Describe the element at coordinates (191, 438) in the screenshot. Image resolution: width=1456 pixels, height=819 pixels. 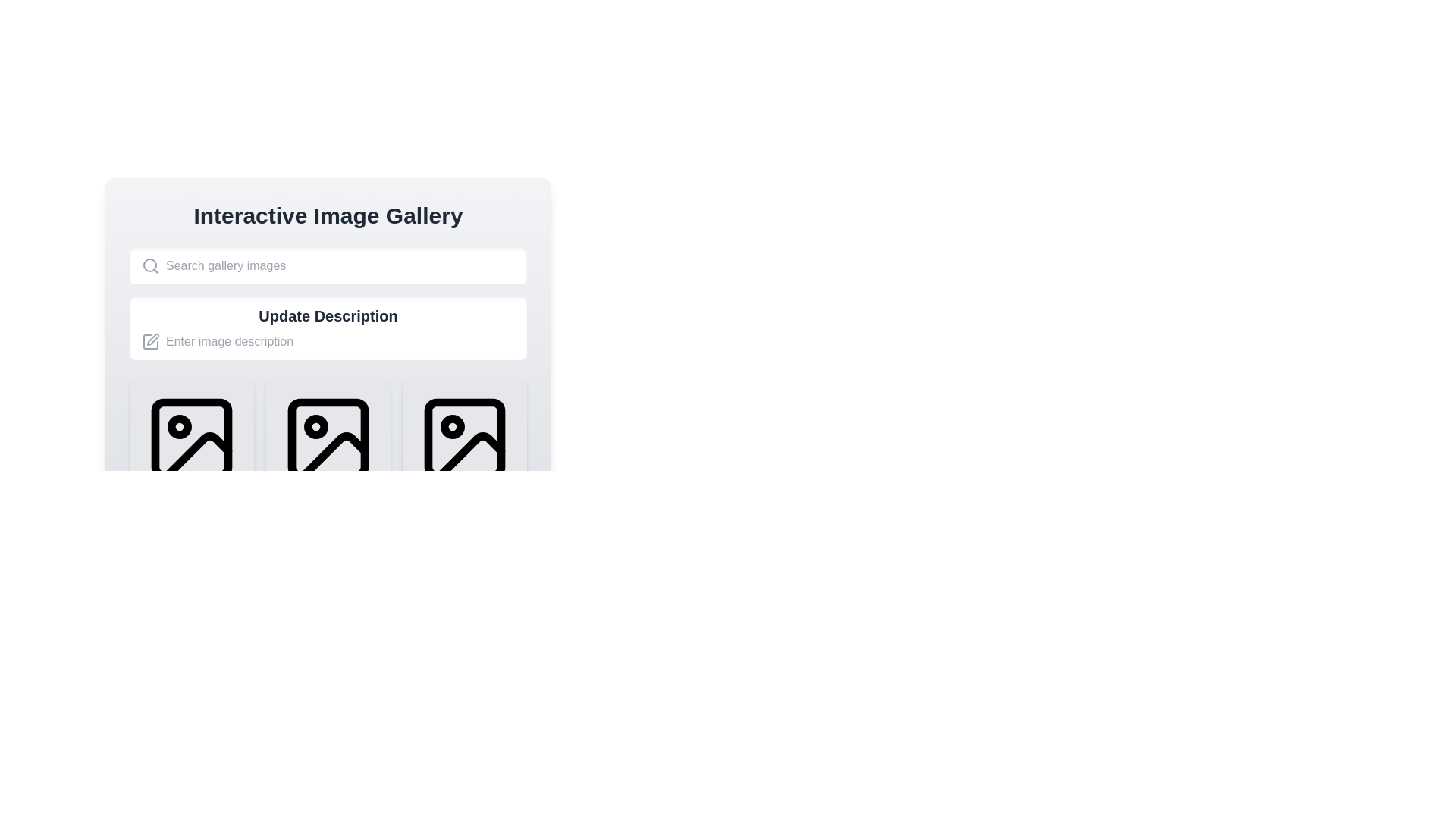
I see `the SVG icon located in the top-left corner of the grid of image cards, which represents 'Image 1' with a gray background and rounded corners` at that location.